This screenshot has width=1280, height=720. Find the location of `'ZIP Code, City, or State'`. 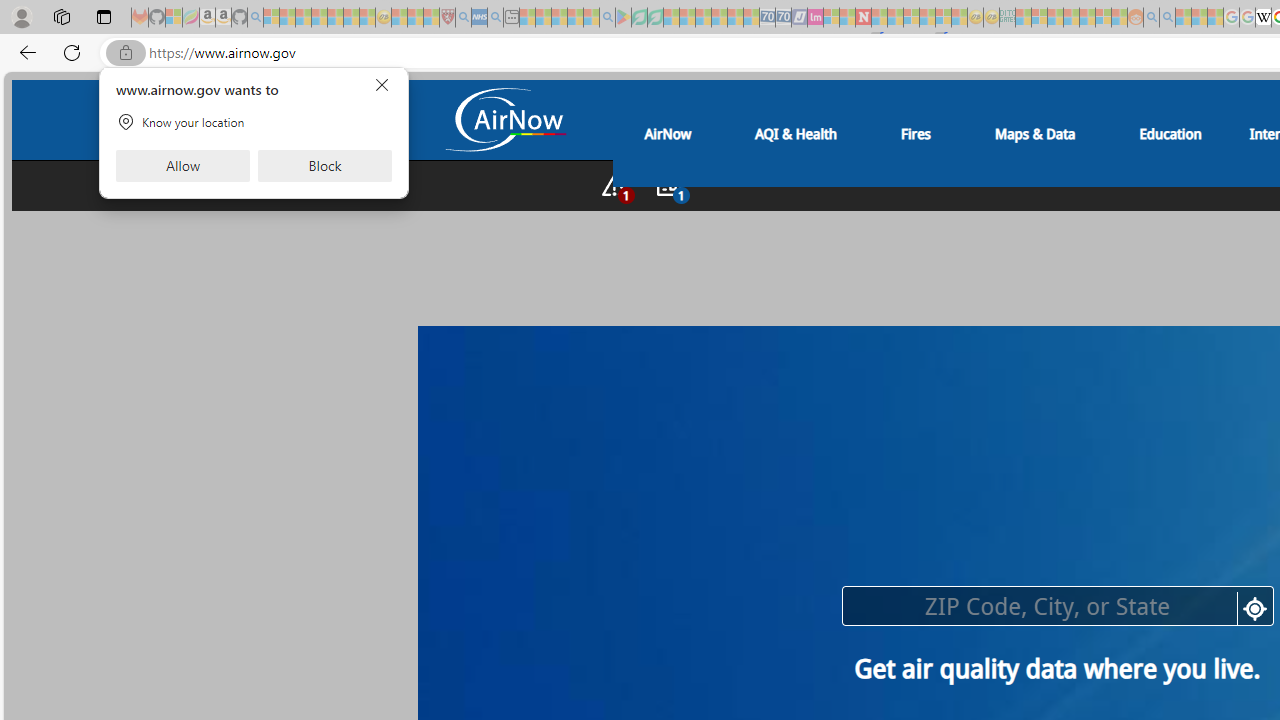

'ZIP Code, City, or State' is located at coordinates (1056, 604).